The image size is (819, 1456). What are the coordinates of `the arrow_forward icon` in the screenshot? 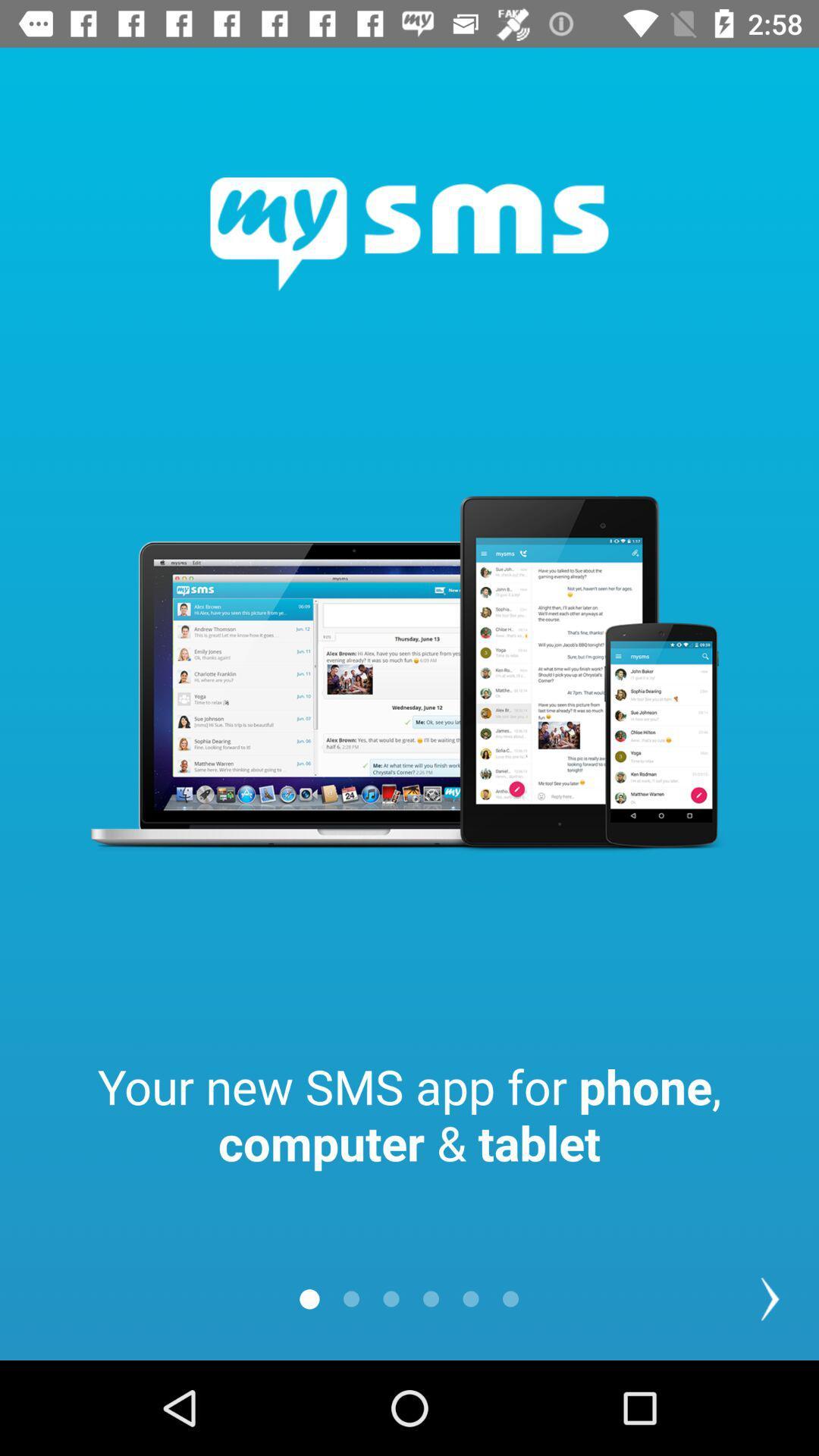 It's located at (770, 1298).